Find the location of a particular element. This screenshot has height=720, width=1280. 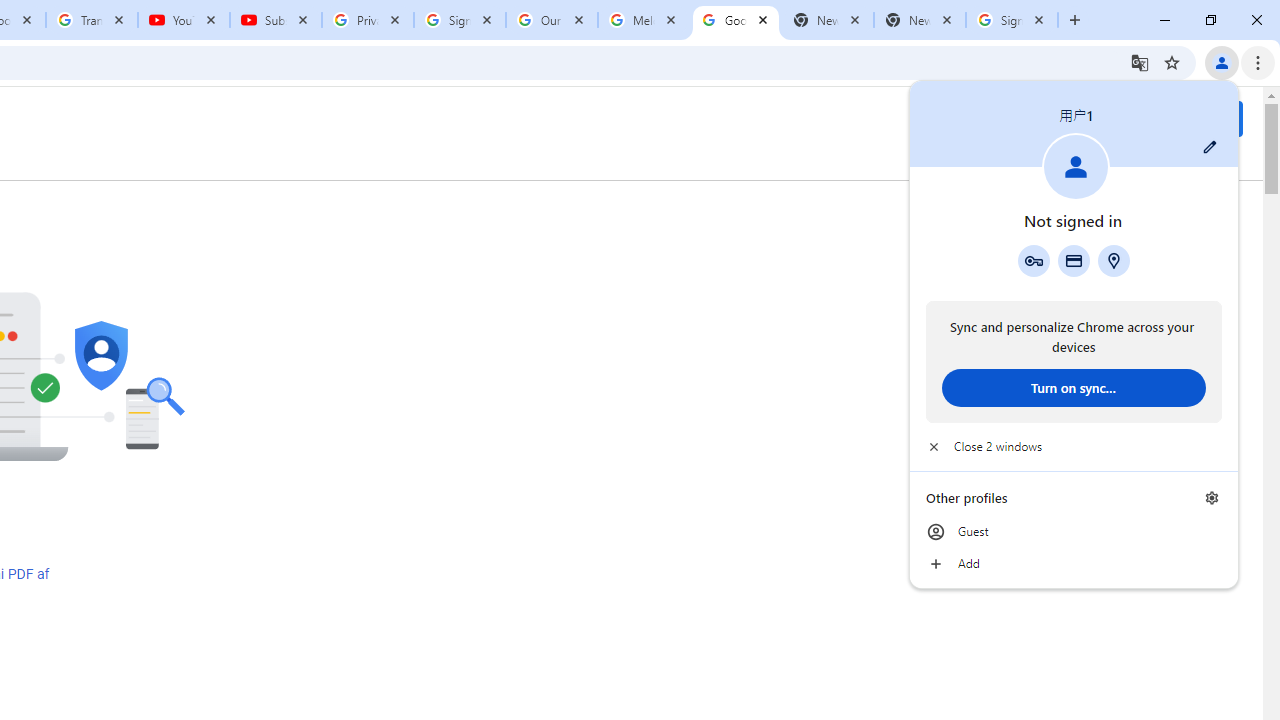

'Google Password Manager' is located at coordinates (1033, 260).